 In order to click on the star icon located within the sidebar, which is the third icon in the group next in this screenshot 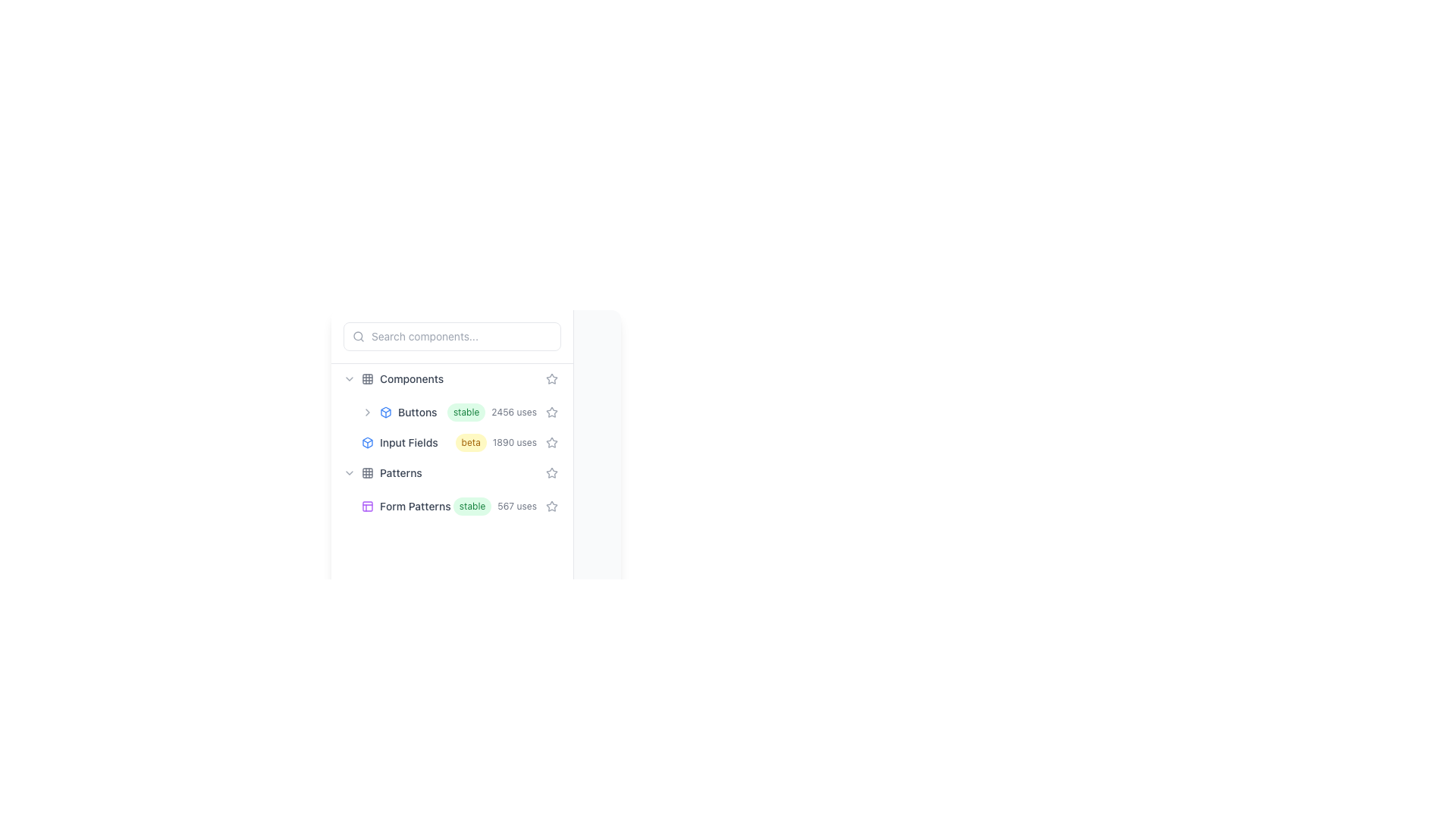, I will do `click(551, 472)`.